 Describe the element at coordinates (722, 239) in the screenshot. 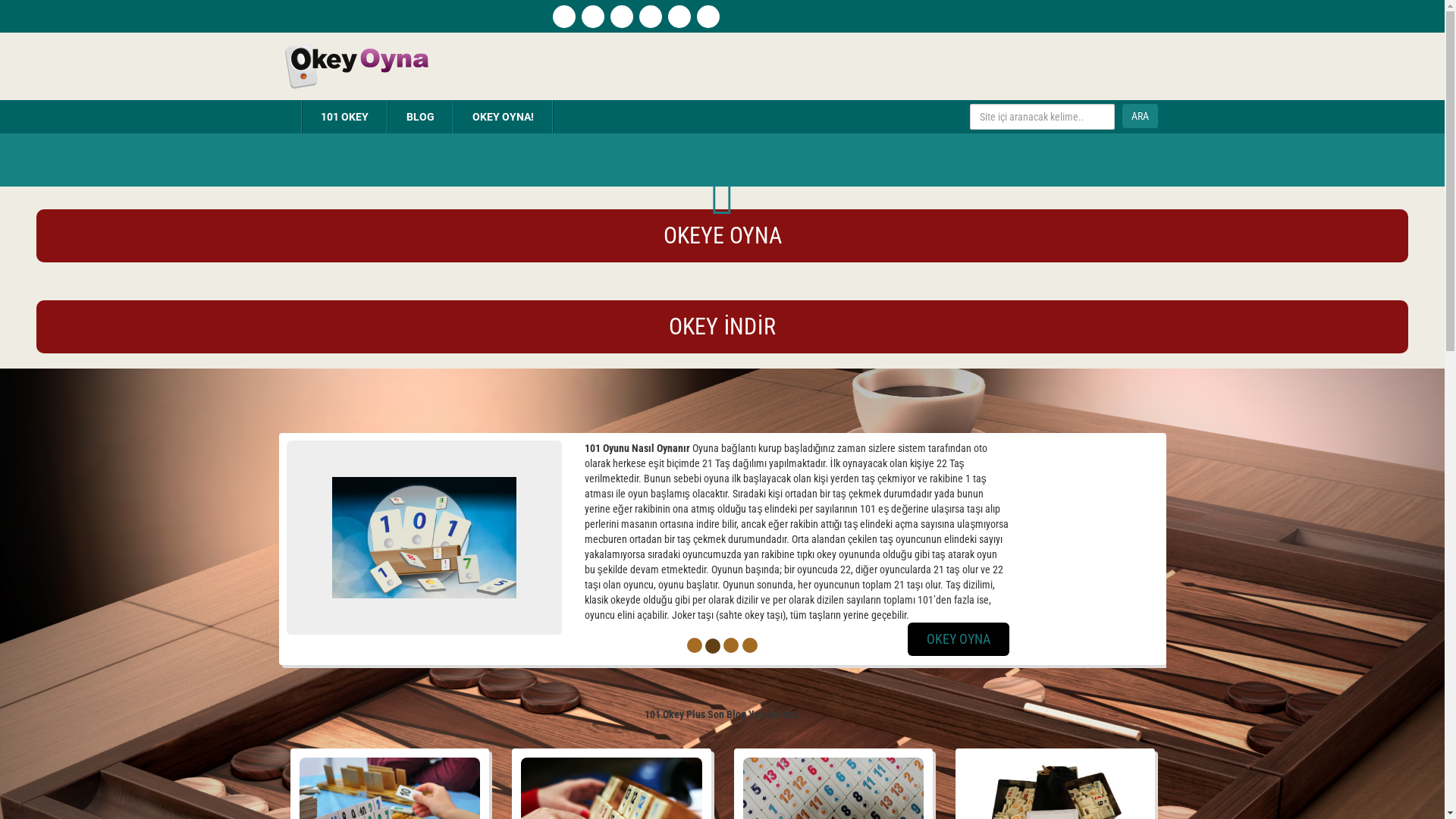

I see `'OKEYE OYNA'` at that location.